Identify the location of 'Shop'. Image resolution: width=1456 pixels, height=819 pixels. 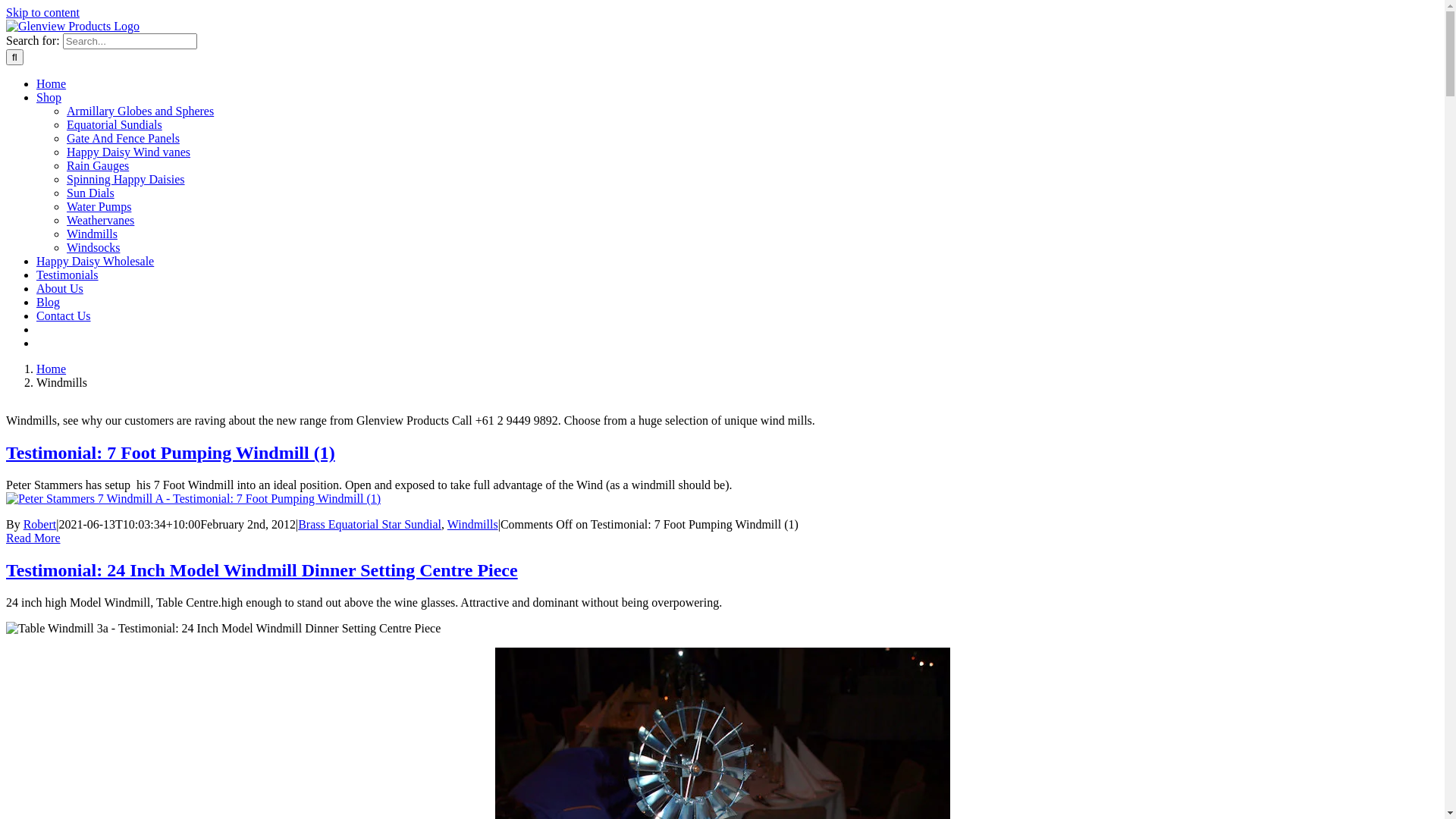
(49, 97).